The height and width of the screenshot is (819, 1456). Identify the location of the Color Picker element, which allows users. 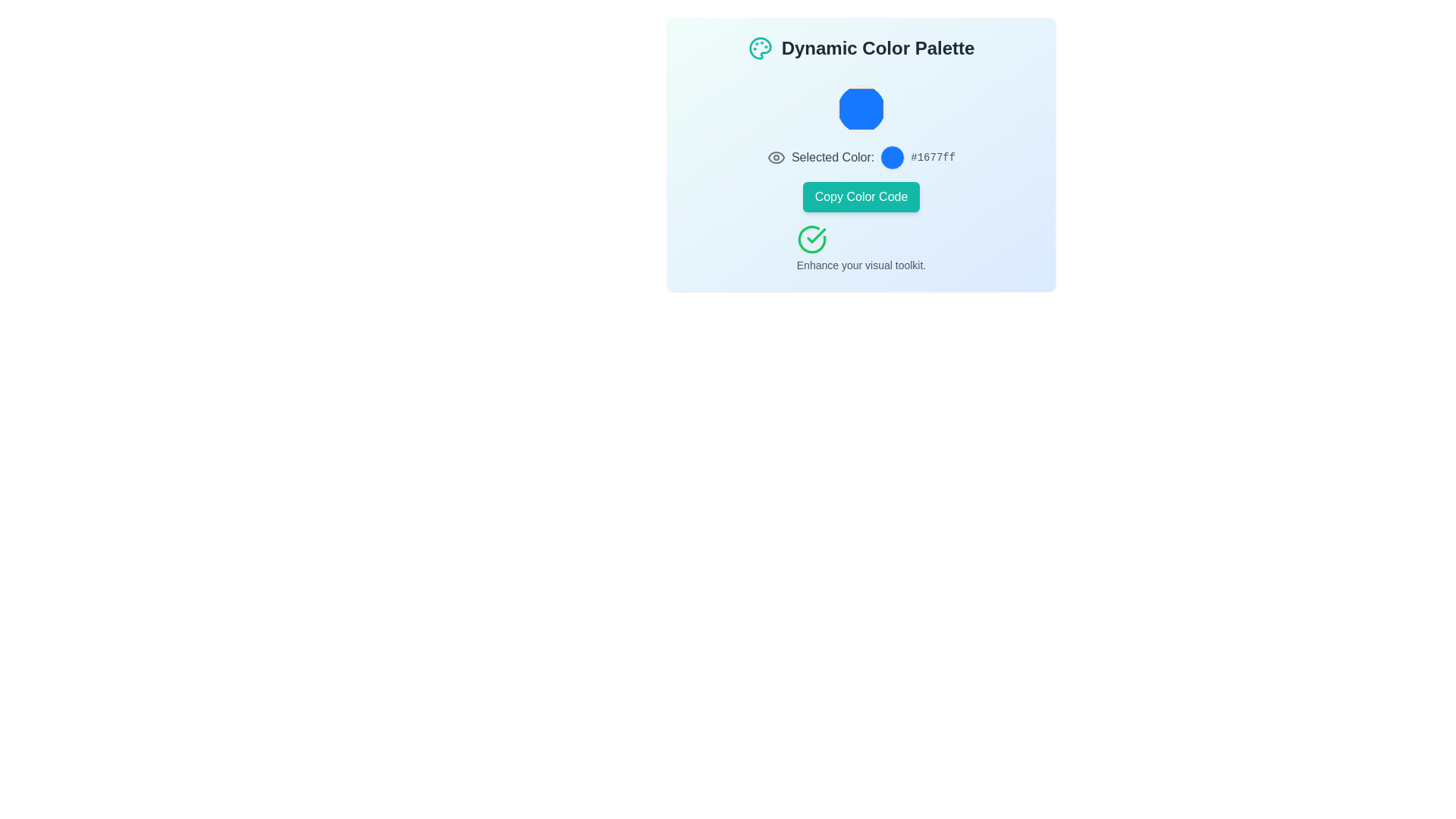
(861, 108).